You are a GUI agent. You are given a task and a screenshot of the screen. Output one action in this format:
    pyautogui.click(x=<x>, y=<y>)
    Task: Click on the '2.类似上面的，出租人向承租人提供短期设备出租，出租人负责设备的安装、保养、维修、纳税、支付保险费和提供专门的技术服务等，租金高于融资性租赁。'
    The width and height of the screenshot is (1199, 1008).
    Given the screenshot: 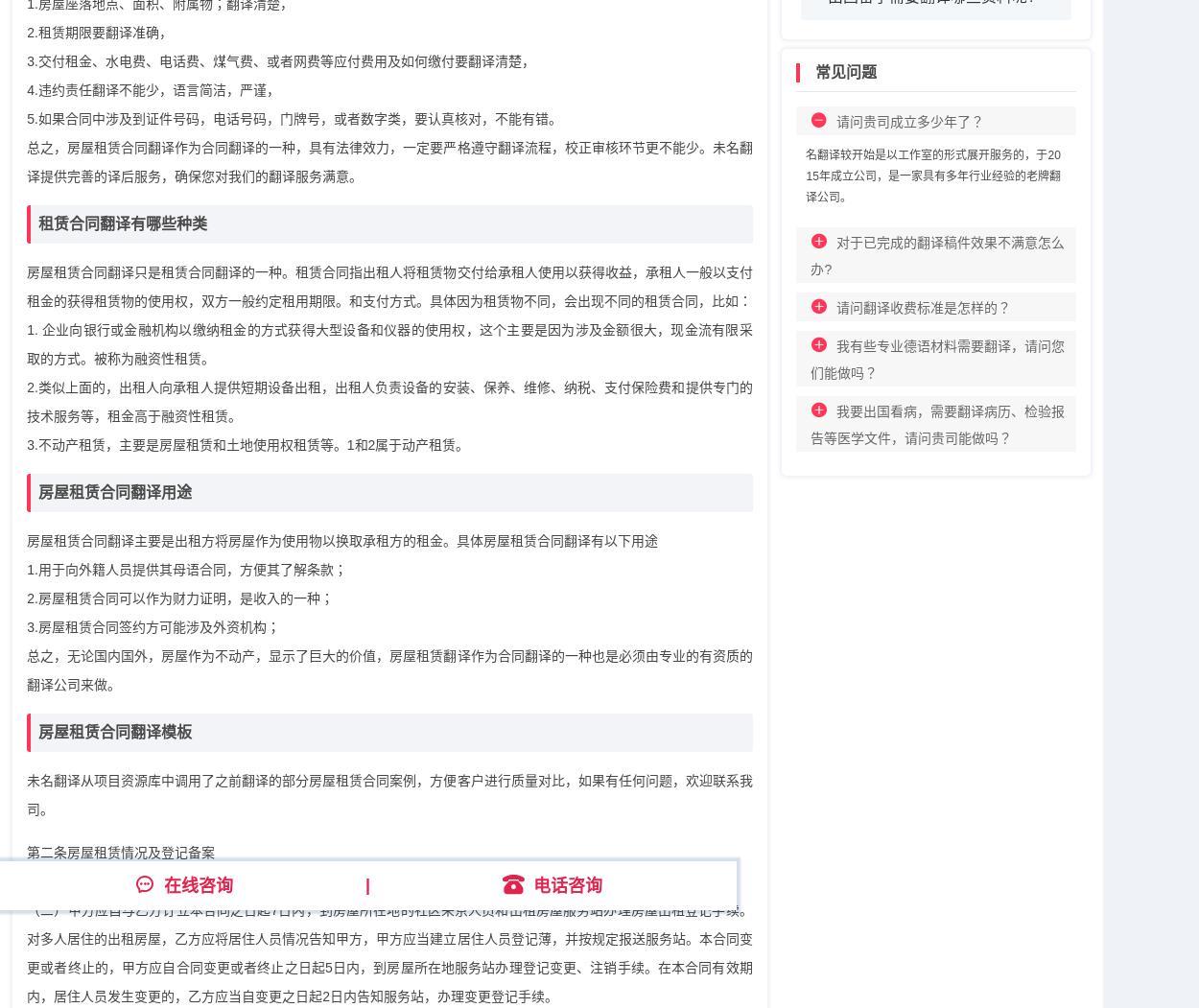 What is the action you would take?
    pyautogui.click(x=389, y=400)
    